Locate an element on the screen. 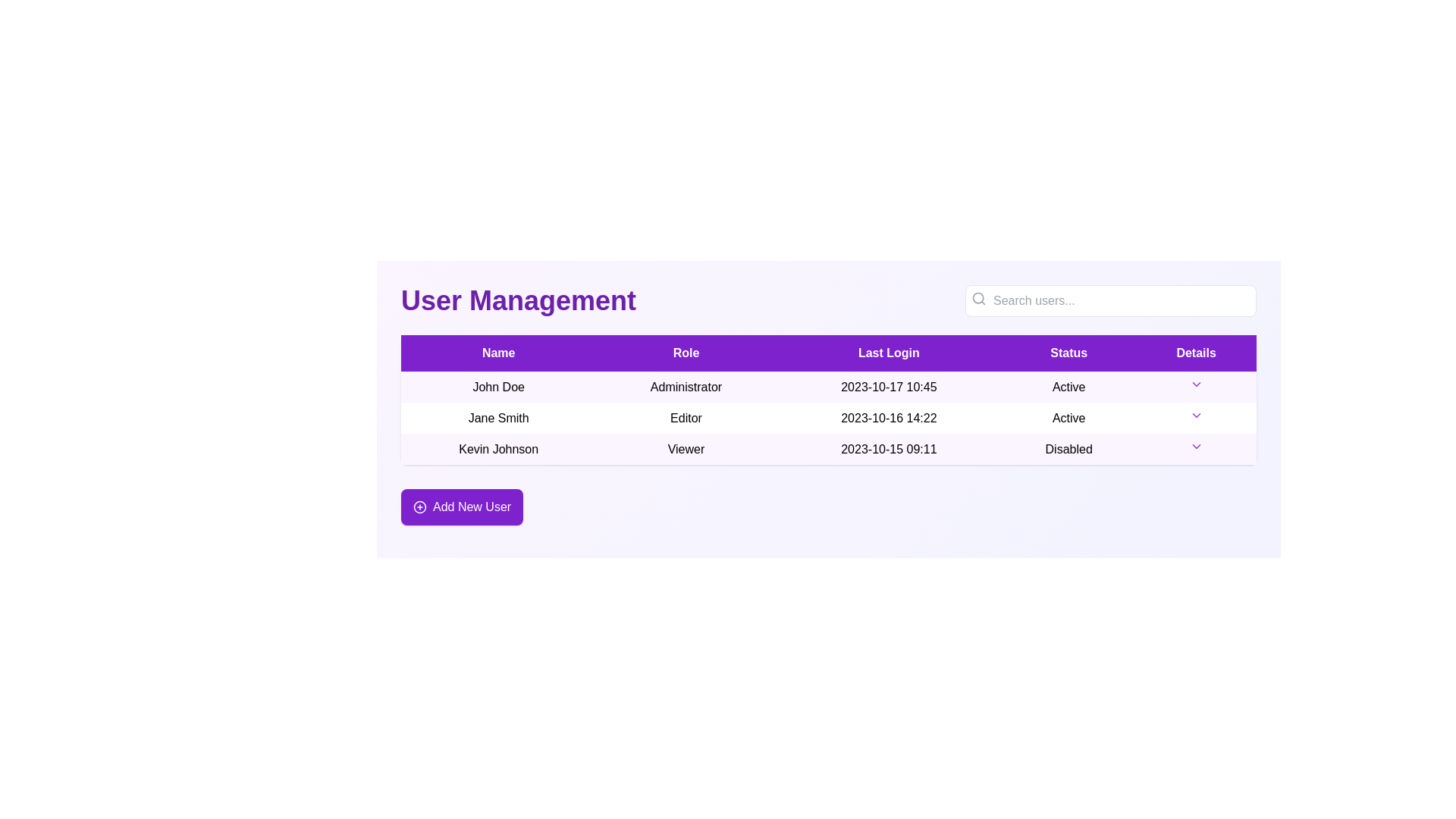  label of the 'Last Login' table header, which is styled with a purple background and white text, positioned in the third column of the table is located at coordinates (889, 353).